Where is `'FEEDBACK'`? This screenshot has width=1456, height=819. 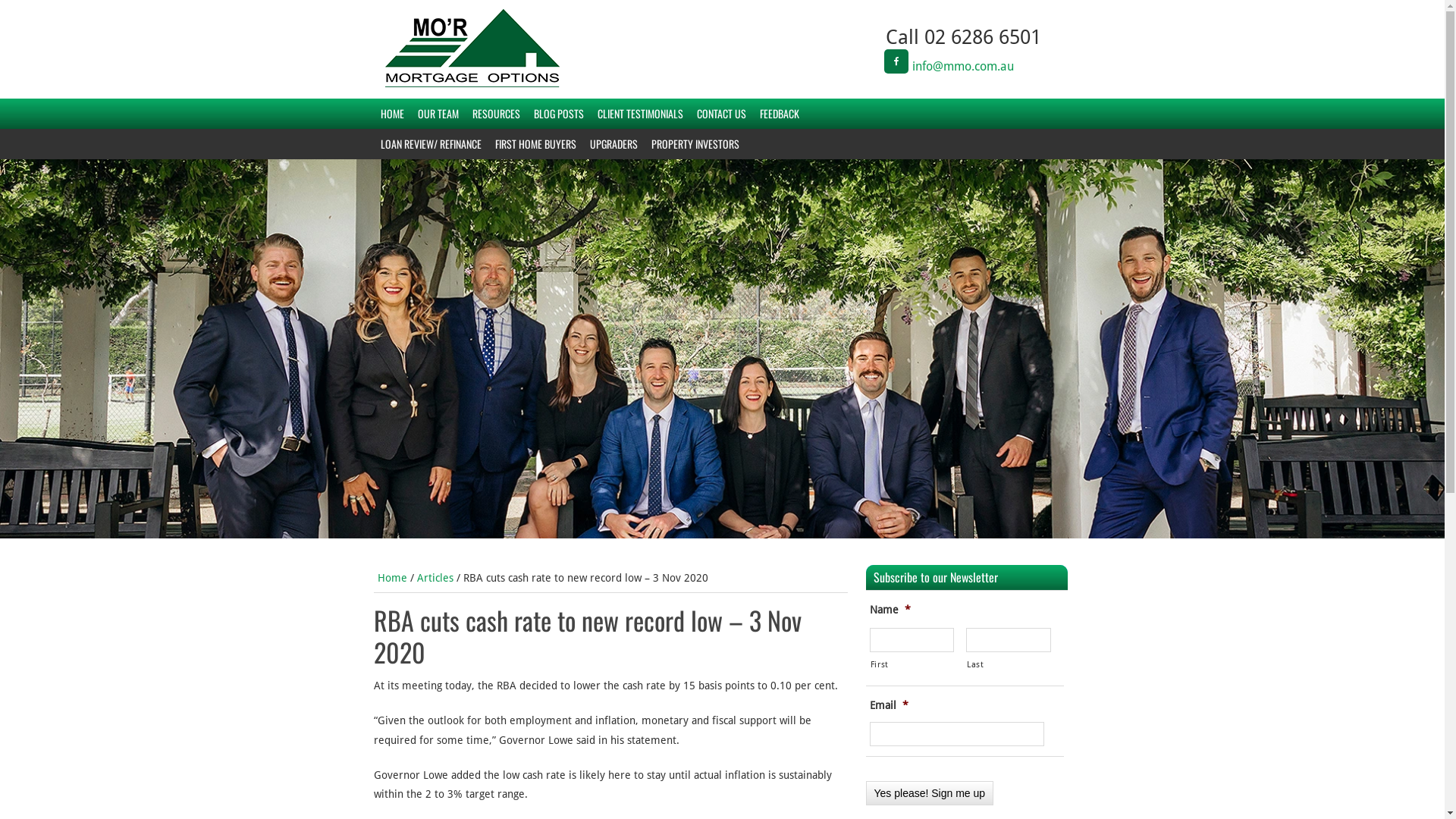 'FEEDBACK' is located at coordinates (753, 113).